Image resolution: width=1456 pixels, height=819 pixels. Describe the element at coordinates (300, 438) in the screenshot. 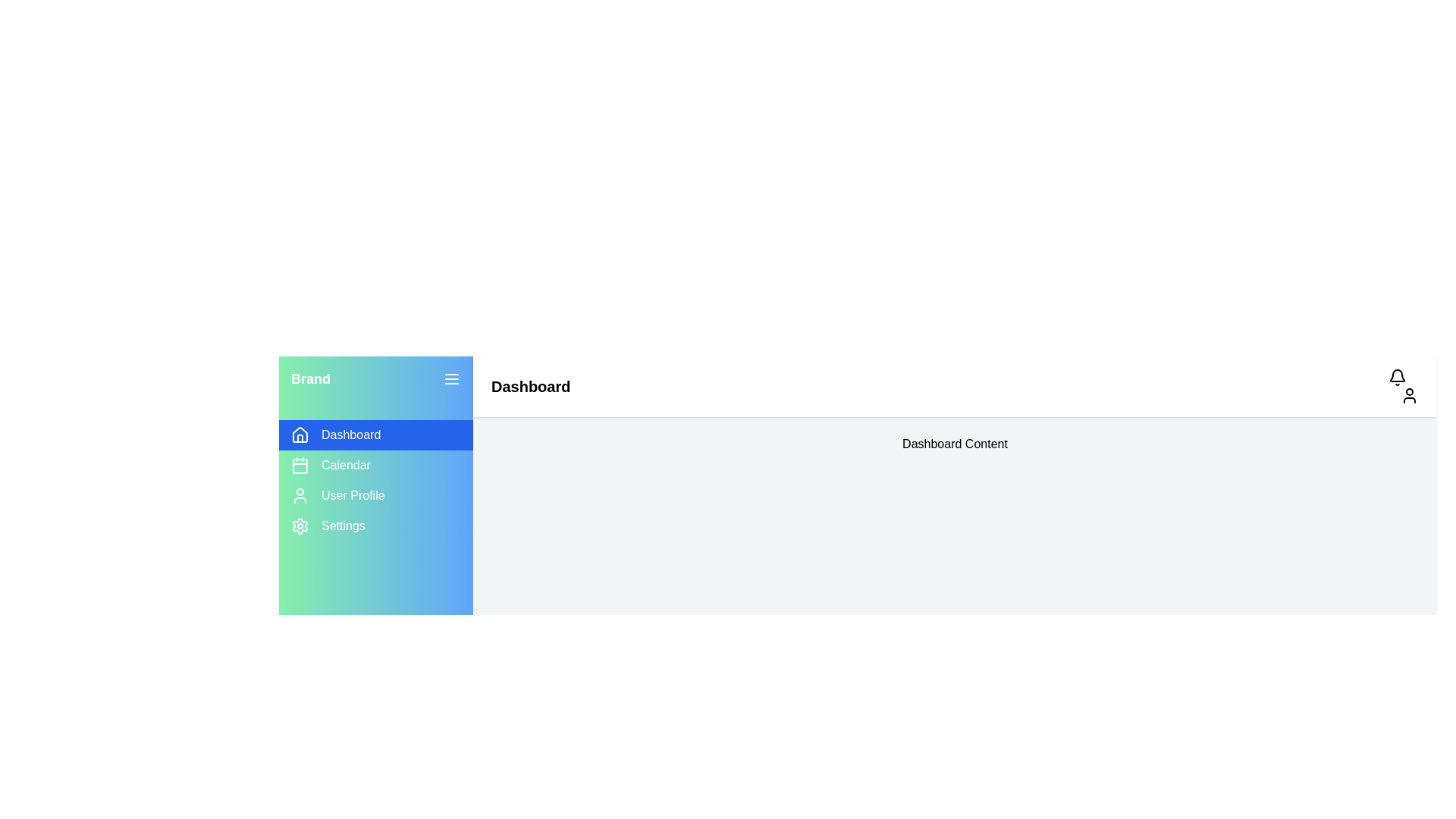

I see `the small vertical segment inside the house icon in the navigation menu on the left side of the interface` at that location.